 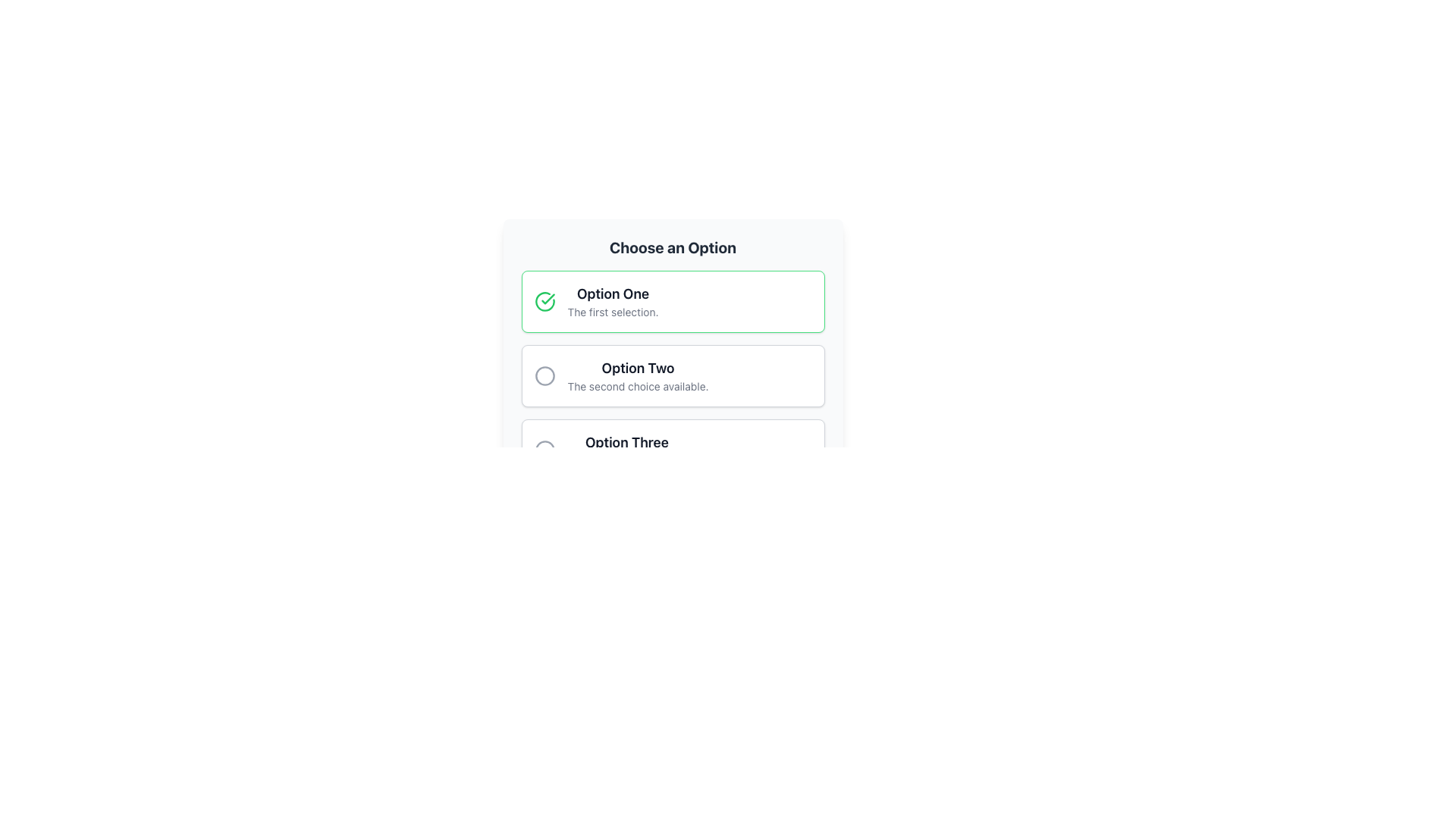 I want to click on text of the prominent label 'Option Three' which is styled with a larger font size and bold characters, located in the 'Choose an Option' section, so click(x=626, y=442).